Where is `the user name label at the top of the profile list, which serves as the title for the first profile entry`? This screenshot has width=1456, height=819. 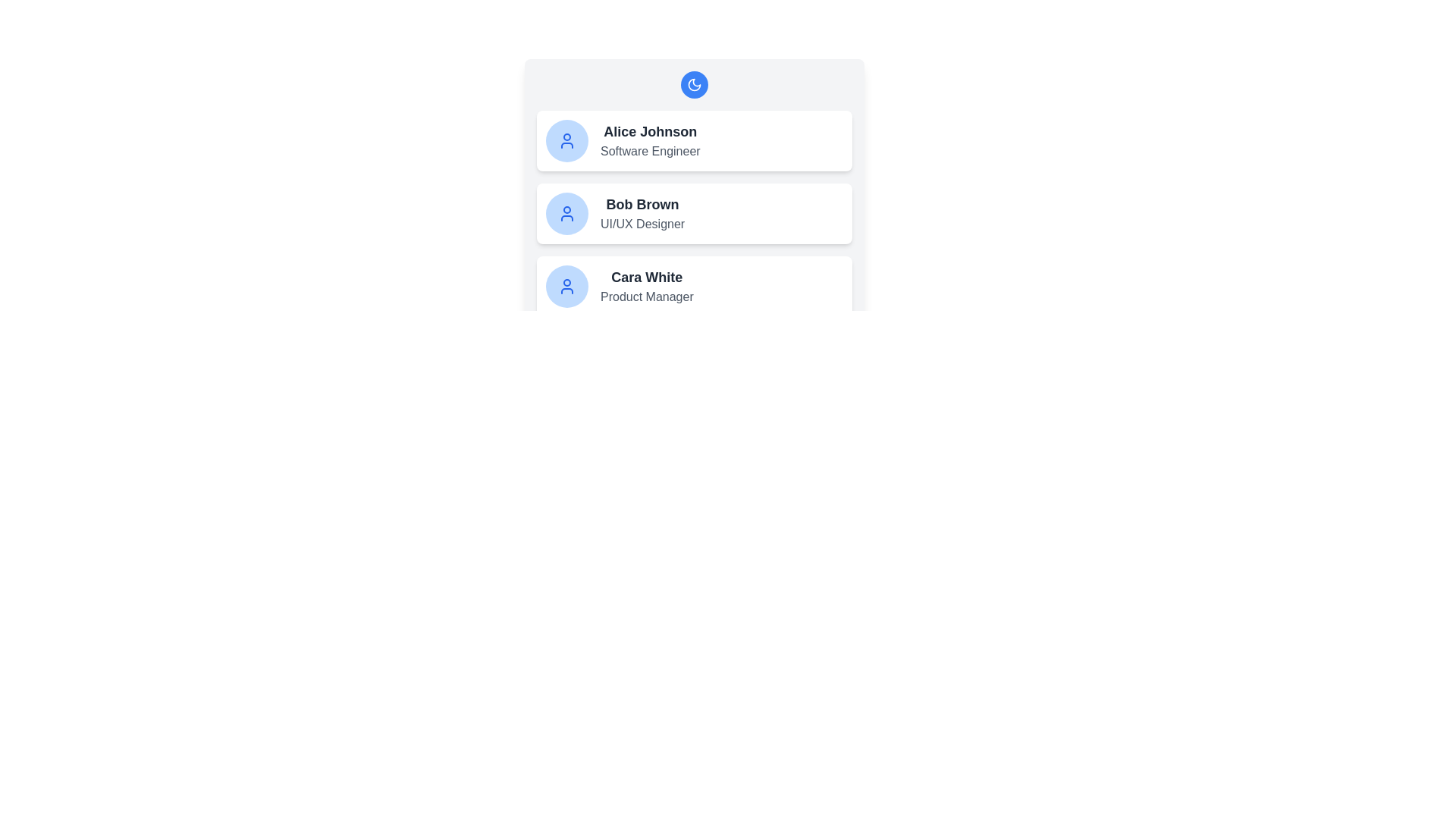 the user name label at the top of the profile list, which serves as the title for the first profile entry is located at coordinates (650, 130).